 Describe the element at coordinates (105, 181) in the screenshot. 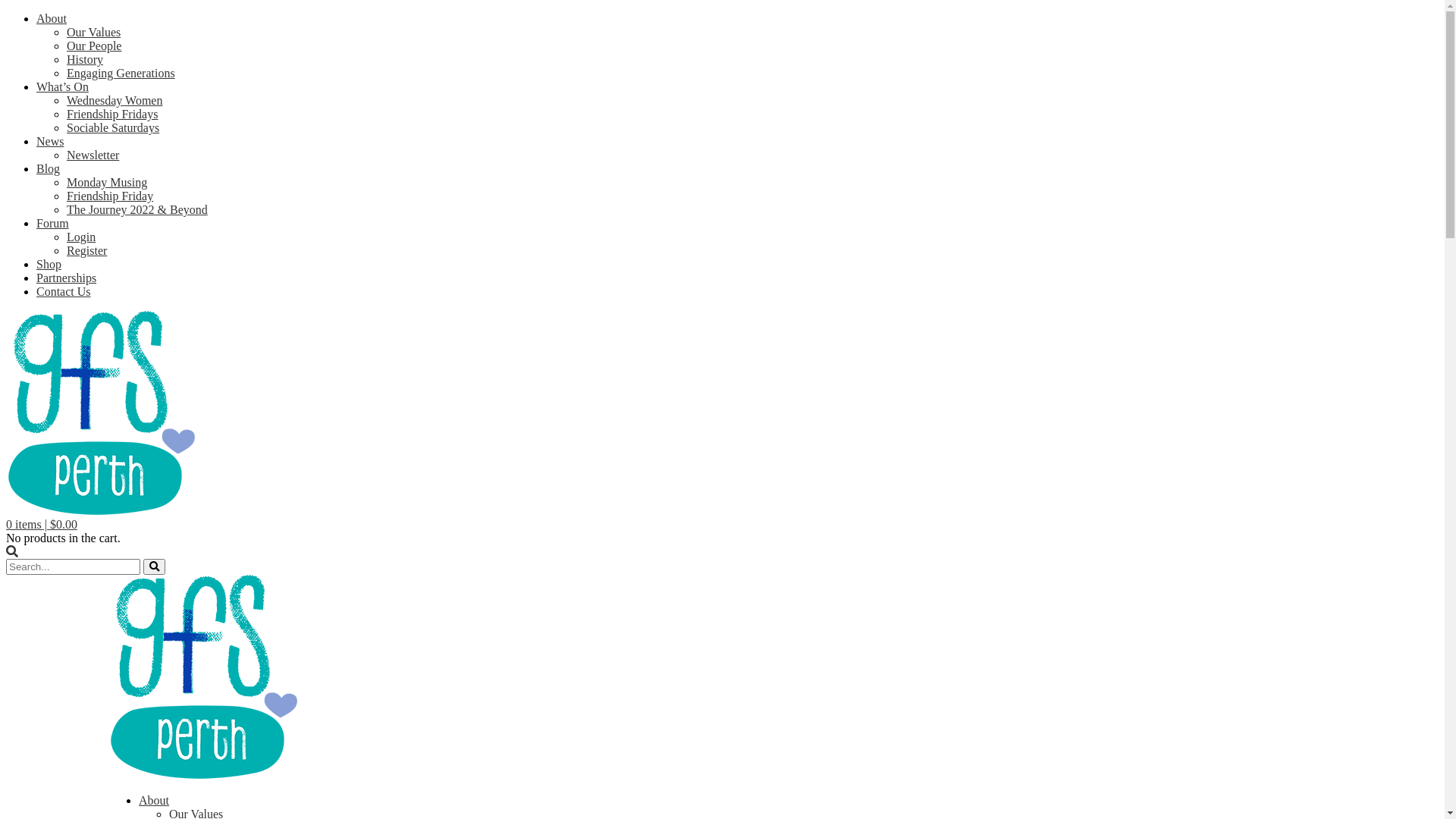

I see `'Monday Musing'` at that location.